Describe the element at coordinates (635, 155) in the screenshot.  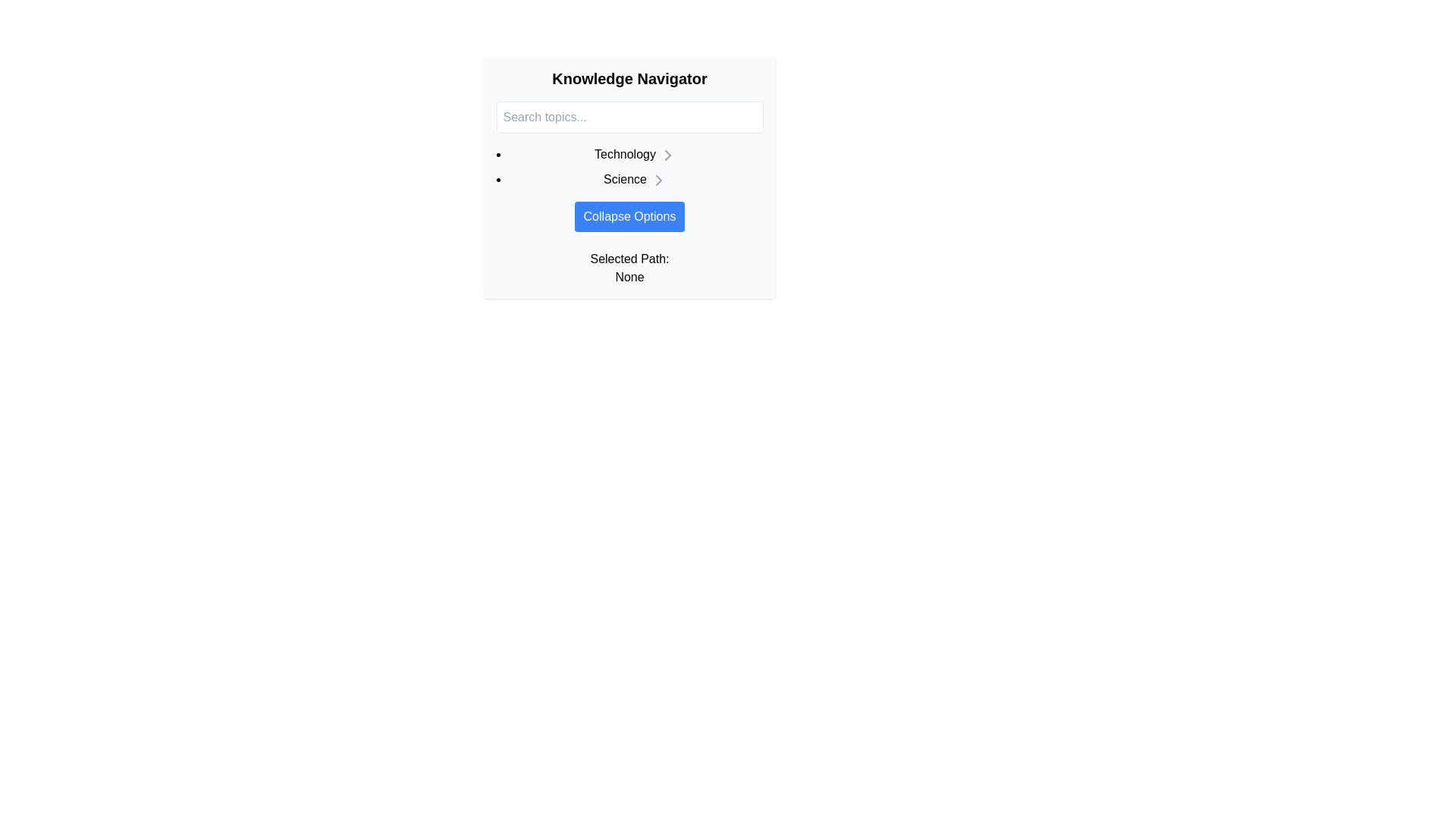
I see `the text-based link labeled 'Technology' with an adjacent chevron icon` at that location.